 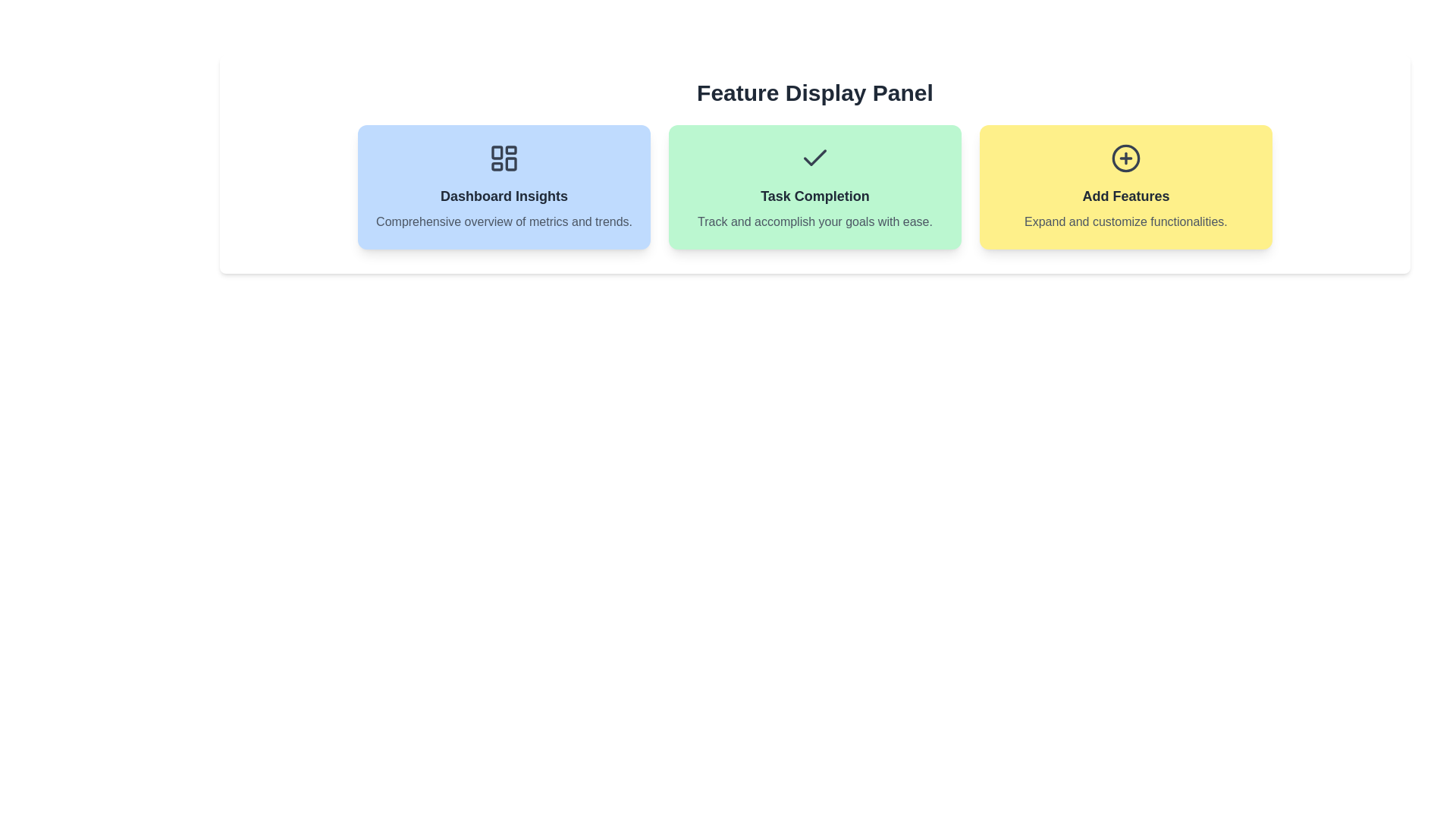 What do you see at coordinates (814, 158) in the screenshot?
I see `the SVG checkmark icon that is centrally aligned above the 'Task Completion' text in the green background box` at bounding box center [814, 158].